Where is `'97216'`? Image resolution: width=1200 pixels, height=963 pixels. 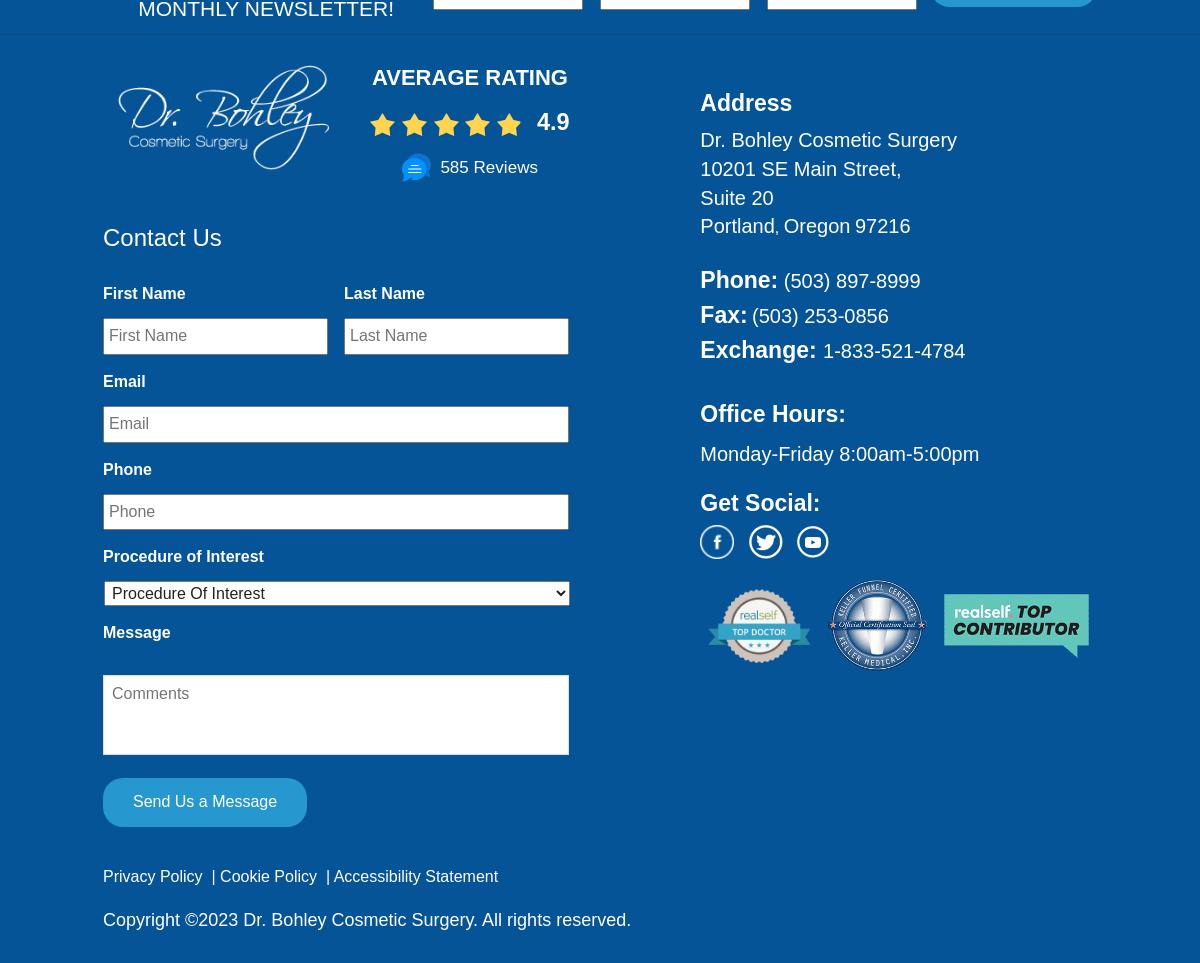 '97216' is located at coordinates (881, 226).